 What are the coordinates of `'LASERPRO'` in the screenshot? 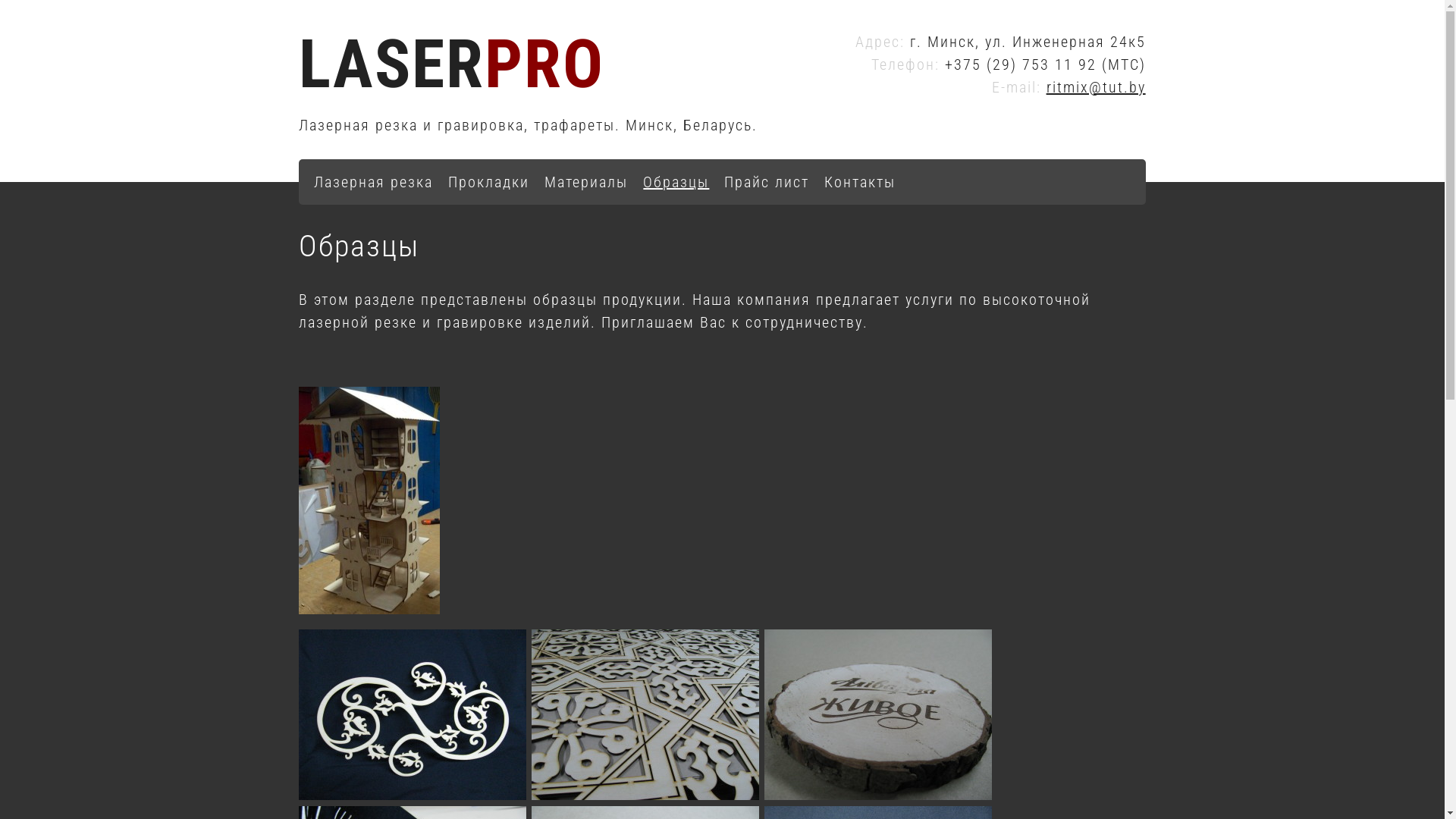 It's located at (450, 63).